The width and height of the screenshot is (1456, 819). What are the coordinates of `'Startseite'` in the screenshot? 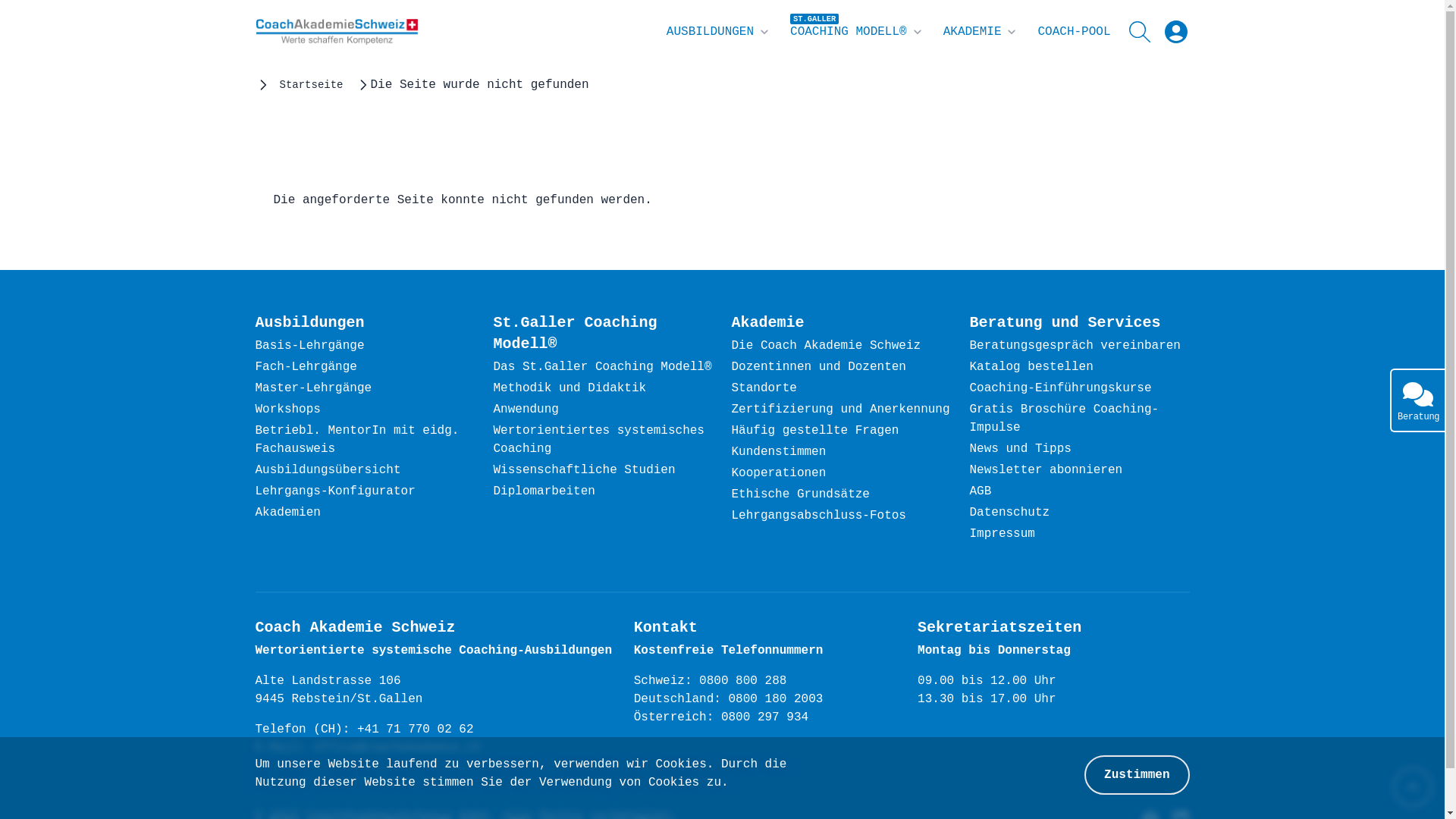 It's located at (279, 84).